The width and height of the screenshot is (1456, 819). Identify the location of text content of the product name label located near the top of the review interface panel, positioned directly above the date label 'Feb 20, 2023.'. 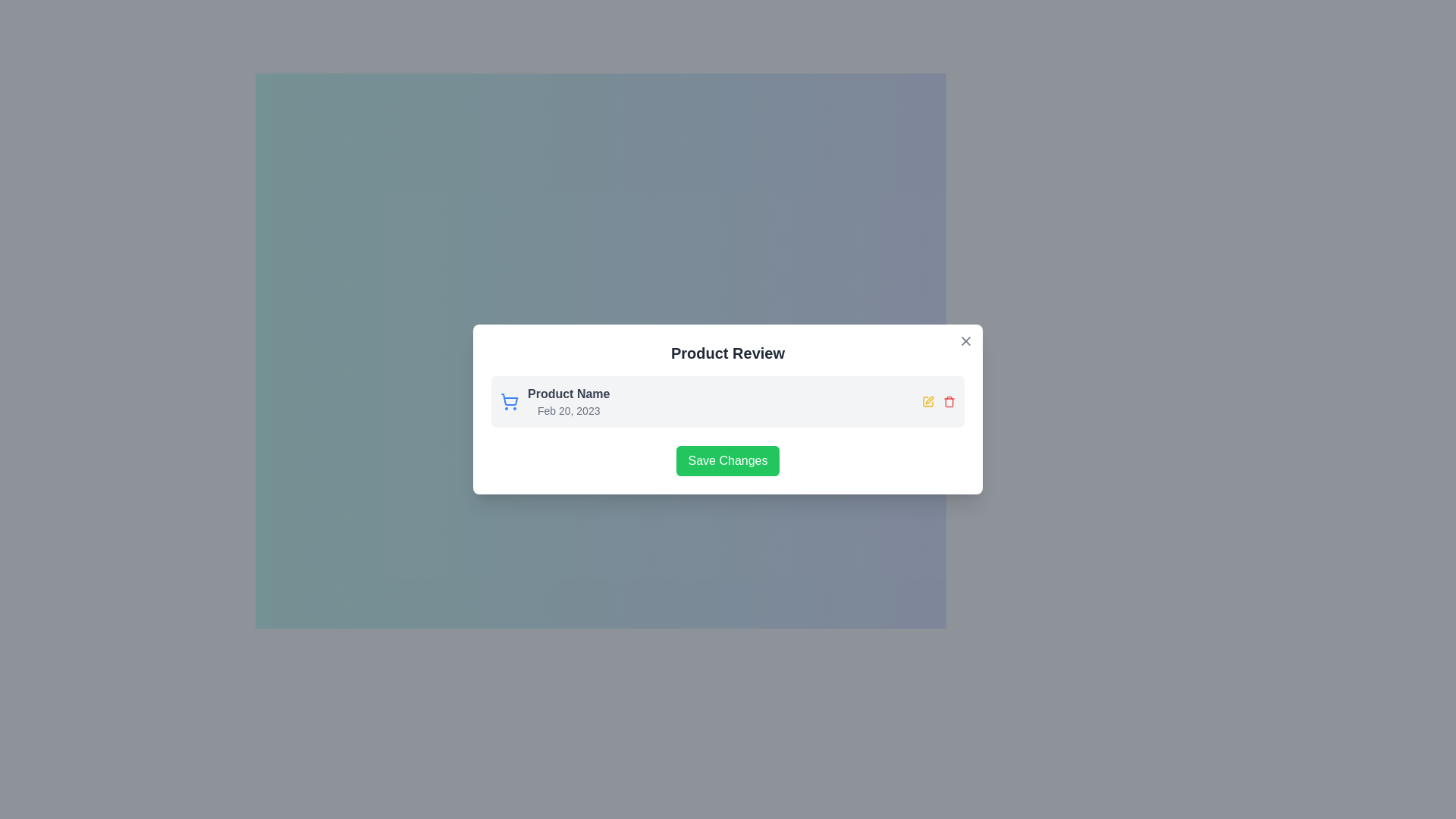
(568, 394).